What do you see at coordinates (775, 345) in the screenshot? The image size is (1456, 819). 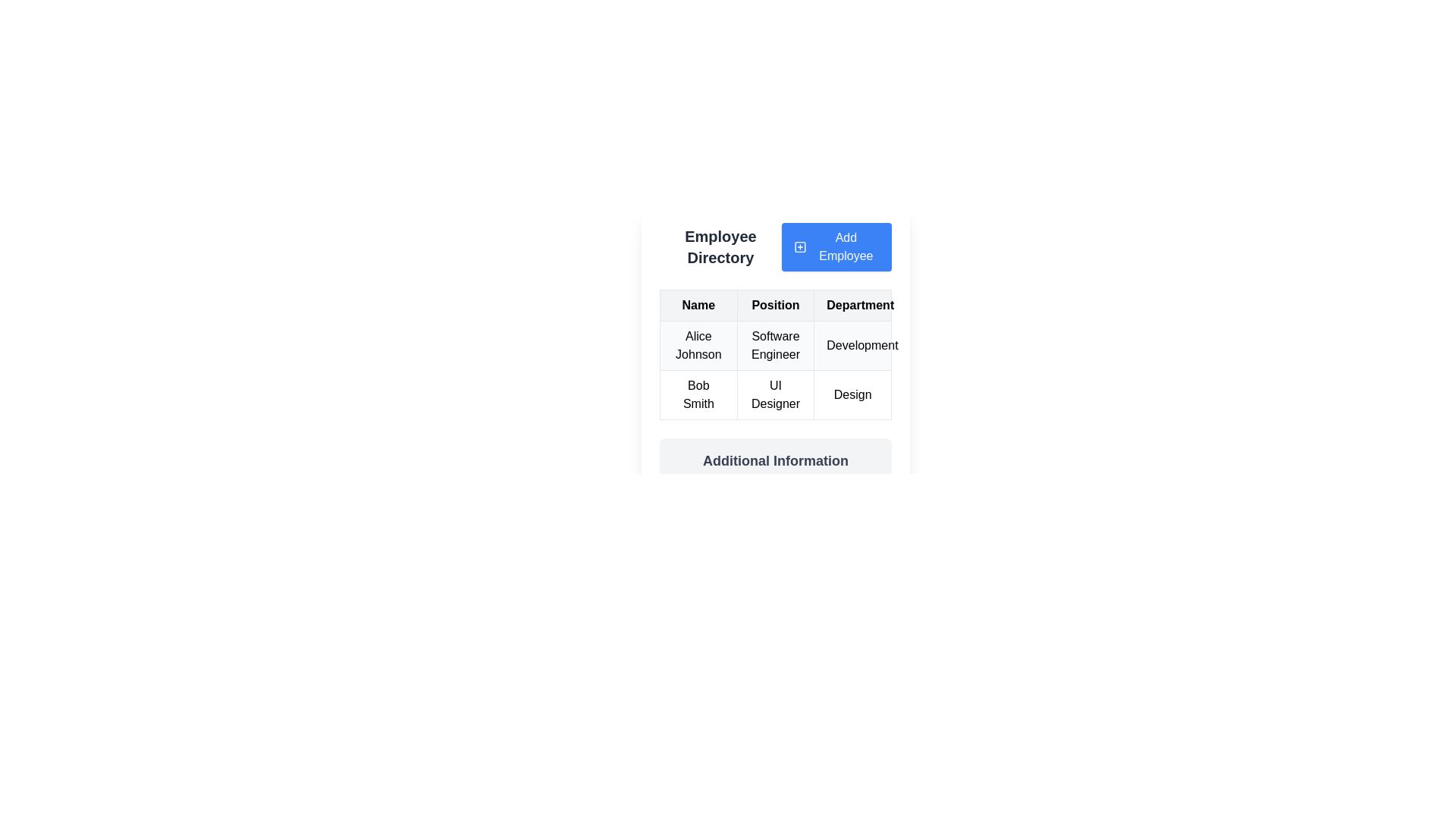 I see `the first row of the table containing 'Alice Johnson', 'Software Engineer', and 'Development'` at bounding box center [775, 345].